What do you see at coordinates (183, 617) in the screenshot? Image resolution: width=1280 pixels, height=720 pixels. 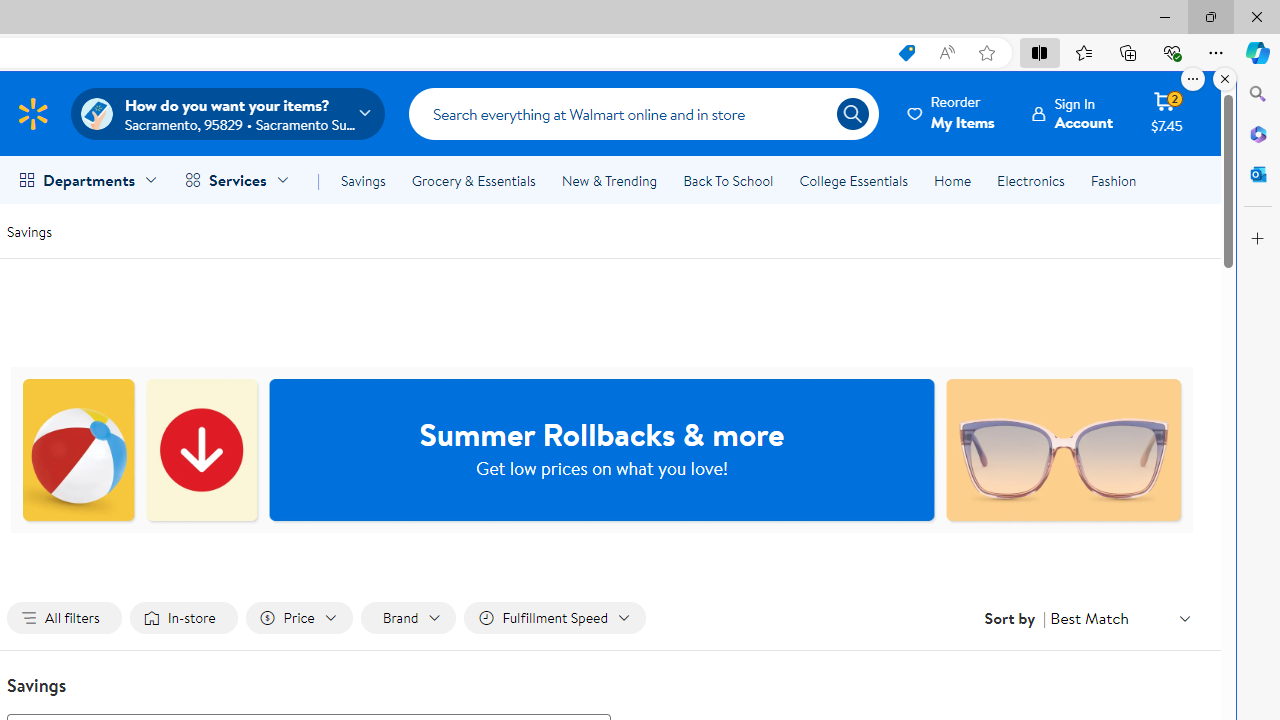 I see `'Filter by In-store'` at bounding box center [183, 617].